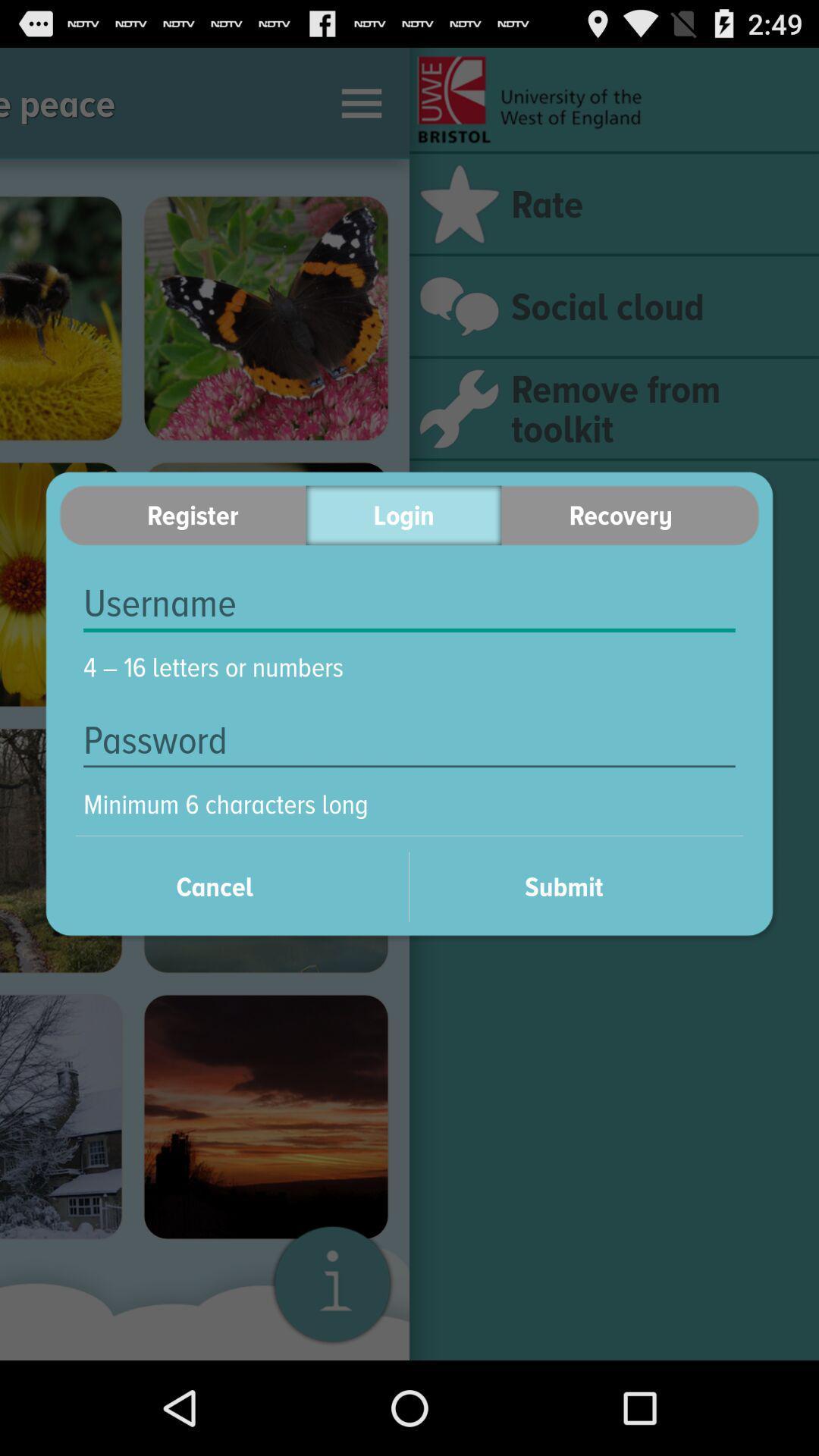 The width and height of the screenshot is (819, 1456). What do you see at coordinates (409, 740) in the screenshot?
I see `item above minimum 6 characters item` at bounding box center [409, 740].